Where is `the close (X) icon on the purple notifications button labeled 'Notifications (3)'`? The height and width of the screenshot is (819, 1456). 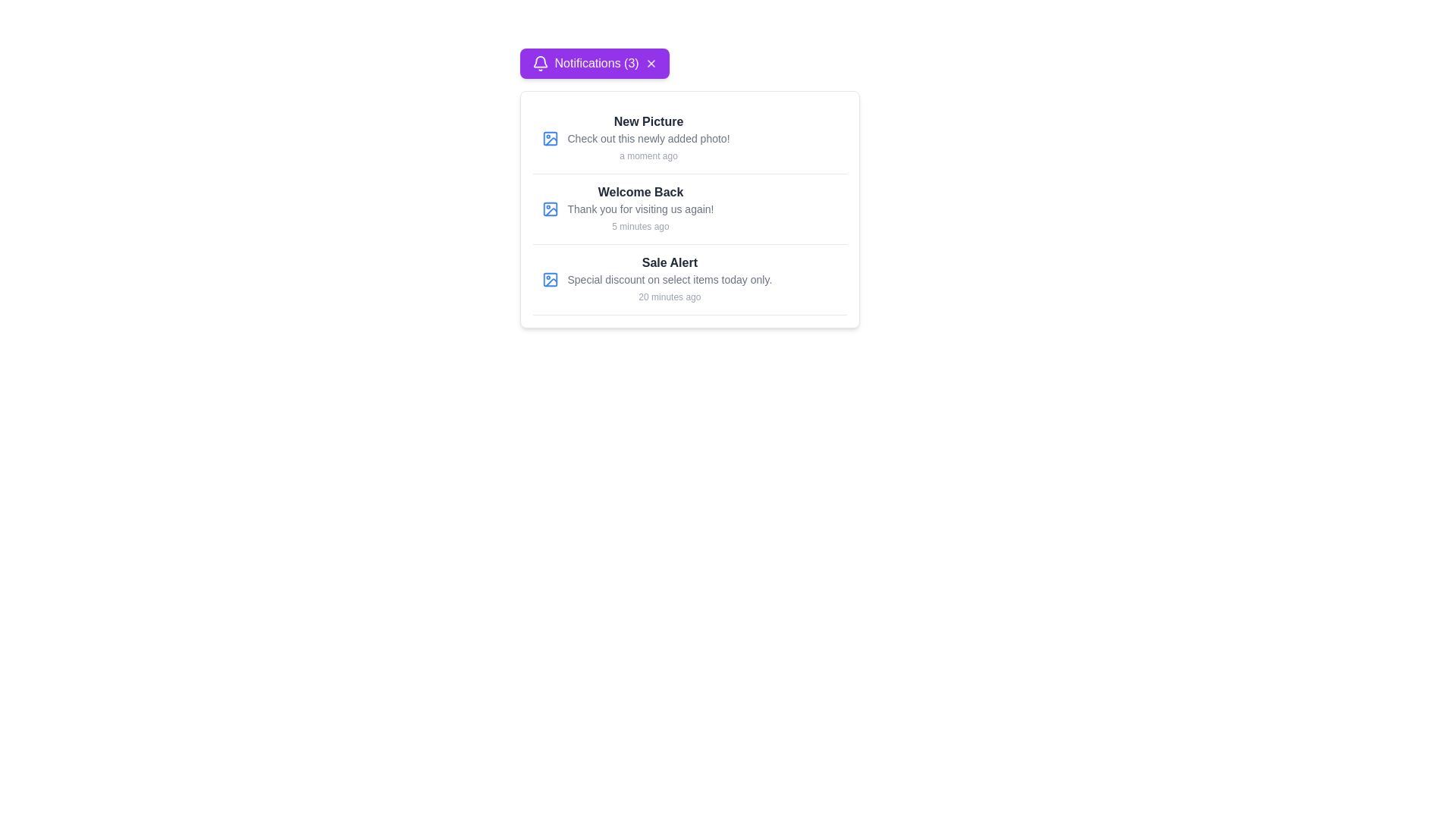
the close (X) icon on the purple notifications button labeled 'Notifications (3)' is located at coordinates (593, 63).